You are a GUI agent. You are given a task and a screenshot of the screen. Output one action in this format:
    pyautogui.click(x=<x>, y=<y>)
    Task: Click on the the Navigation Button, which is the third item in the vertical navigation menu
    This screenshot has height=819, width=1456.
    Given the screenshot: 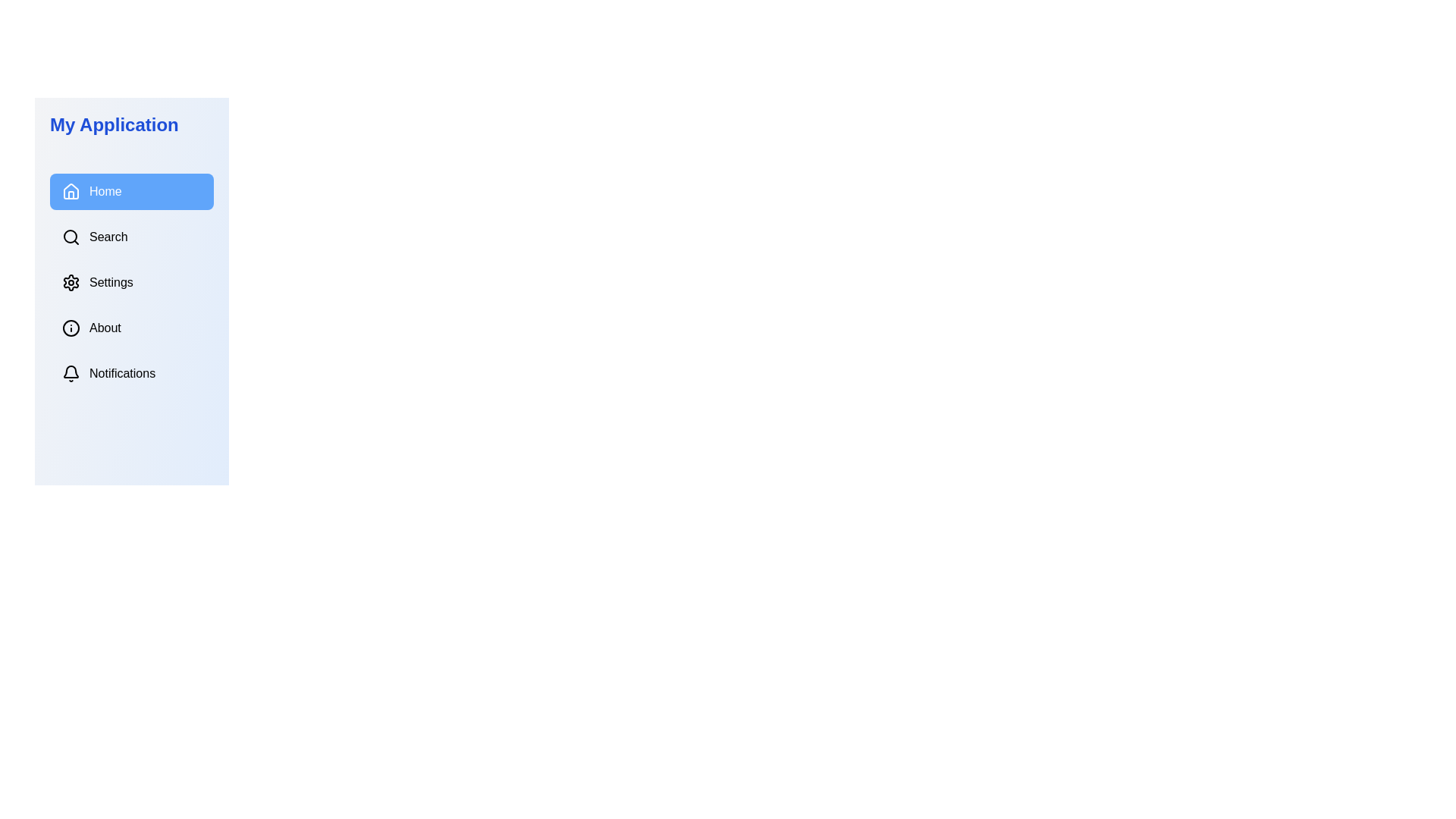 What is the action you would take?
    pyautogui.click(x=131, y=283)
    